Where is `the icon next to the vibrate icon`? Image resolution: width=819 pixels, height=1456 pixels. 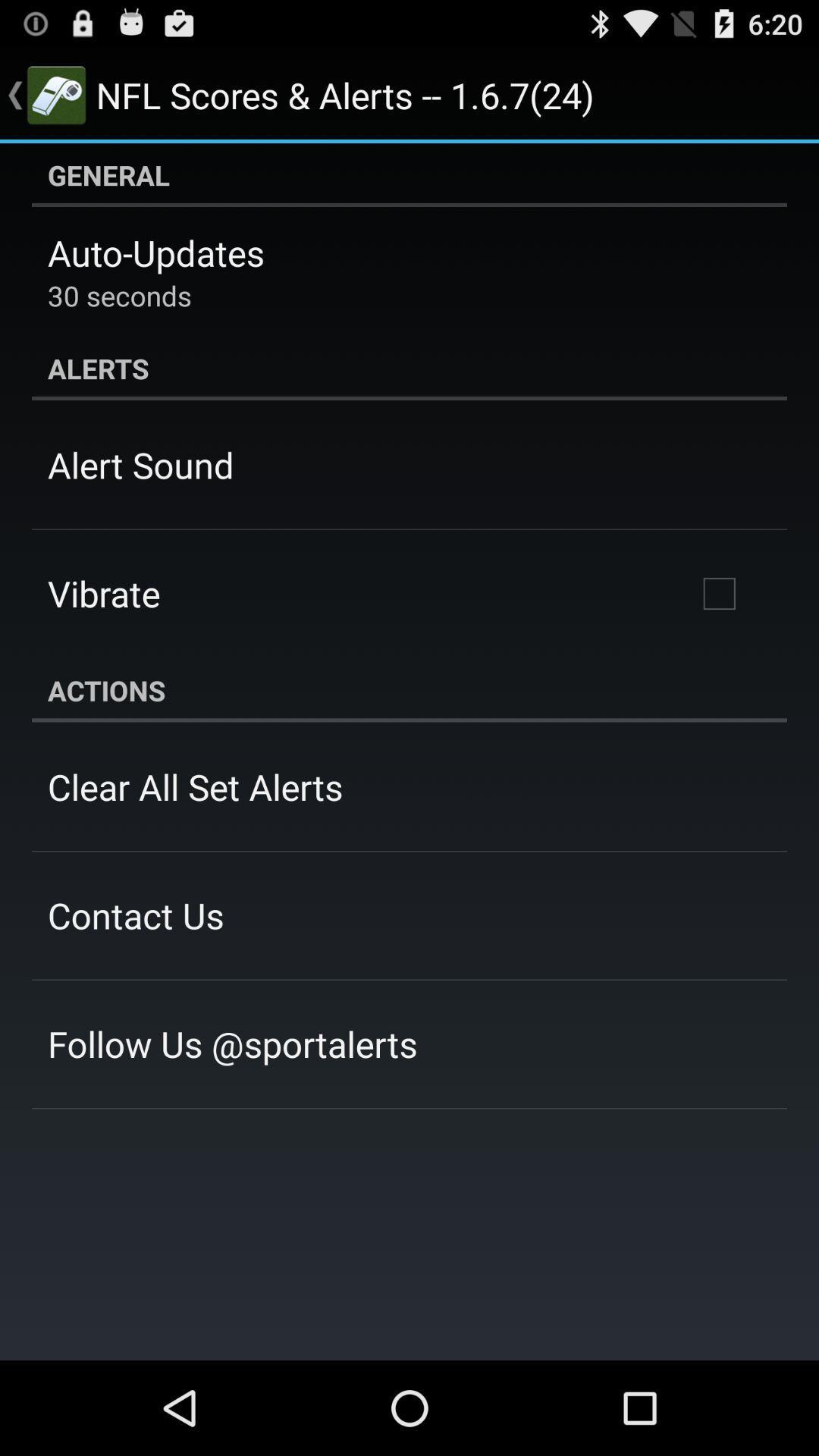
the icon next to the vibrate icon is located at coordinates (718, 592).